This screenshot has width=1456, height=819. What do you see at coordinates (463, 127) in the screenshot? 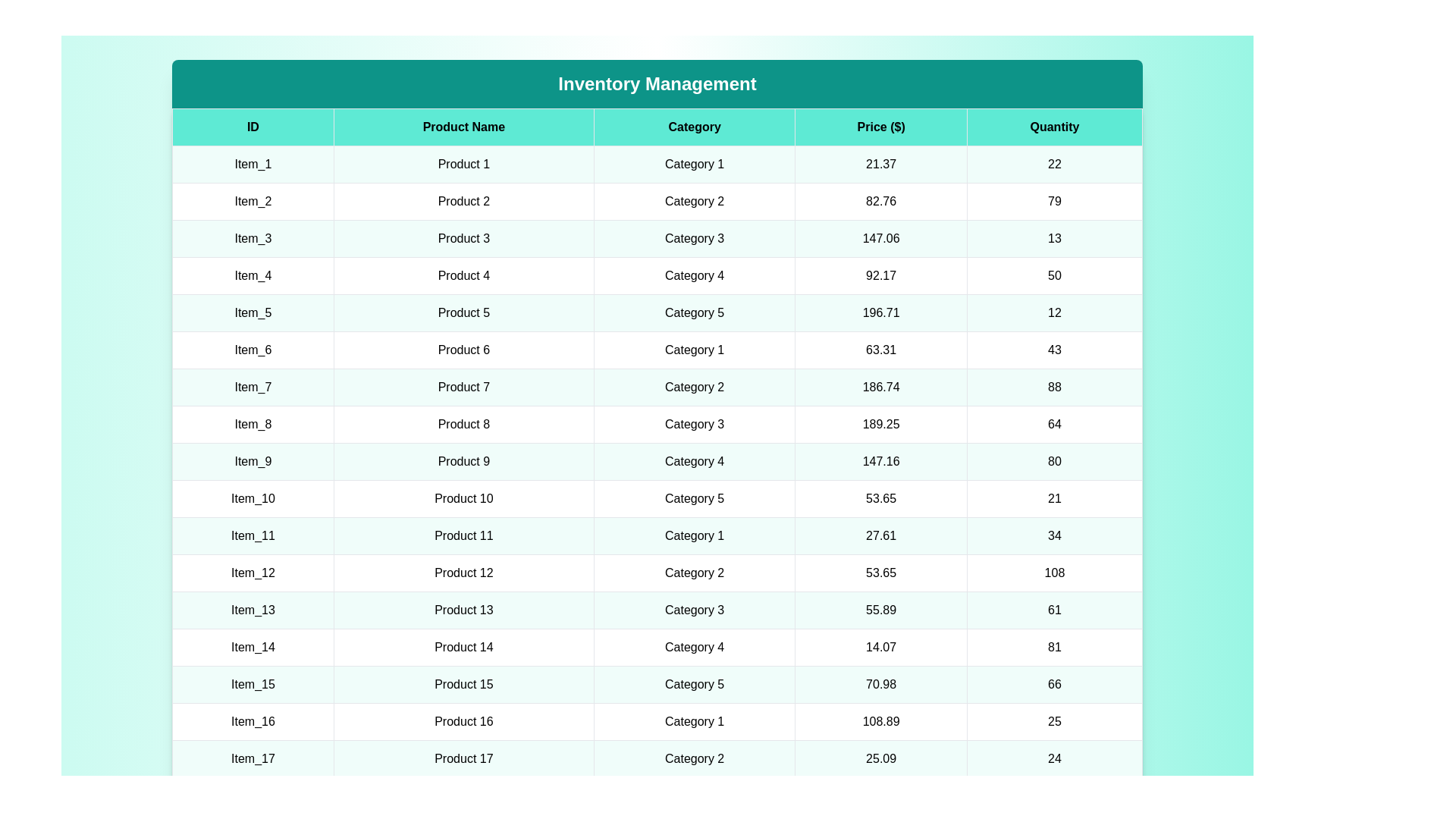
I see `the column header Product Name to sort the table by that column` at bounding box center [463, 127].